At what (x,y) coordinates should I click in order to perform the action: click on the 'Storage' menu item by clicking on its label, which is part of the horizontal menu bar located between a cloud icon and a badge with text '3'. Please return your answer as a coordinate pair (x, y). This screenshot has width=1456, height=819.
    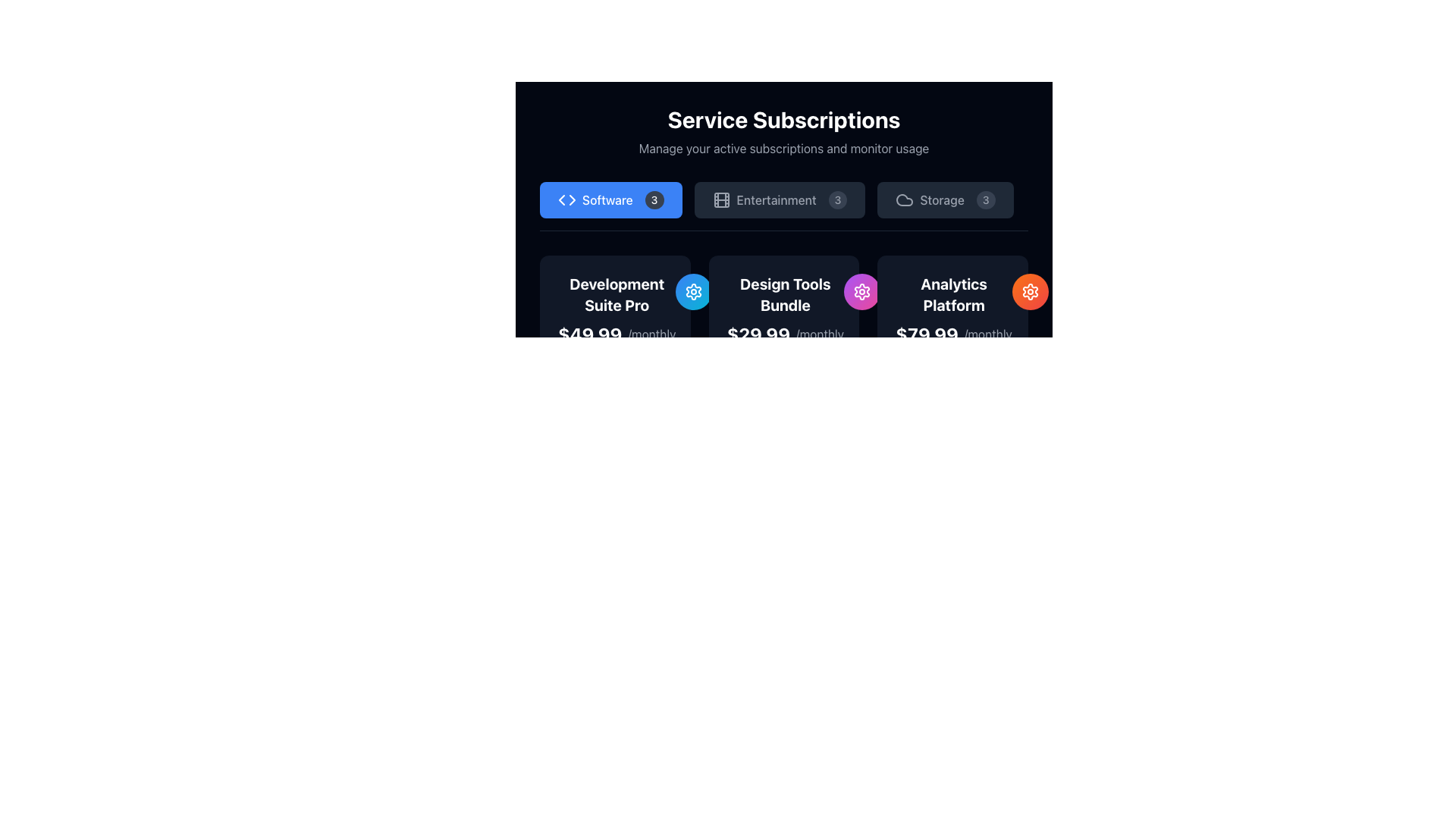
    Looking at the image, I should click on (941, 199).